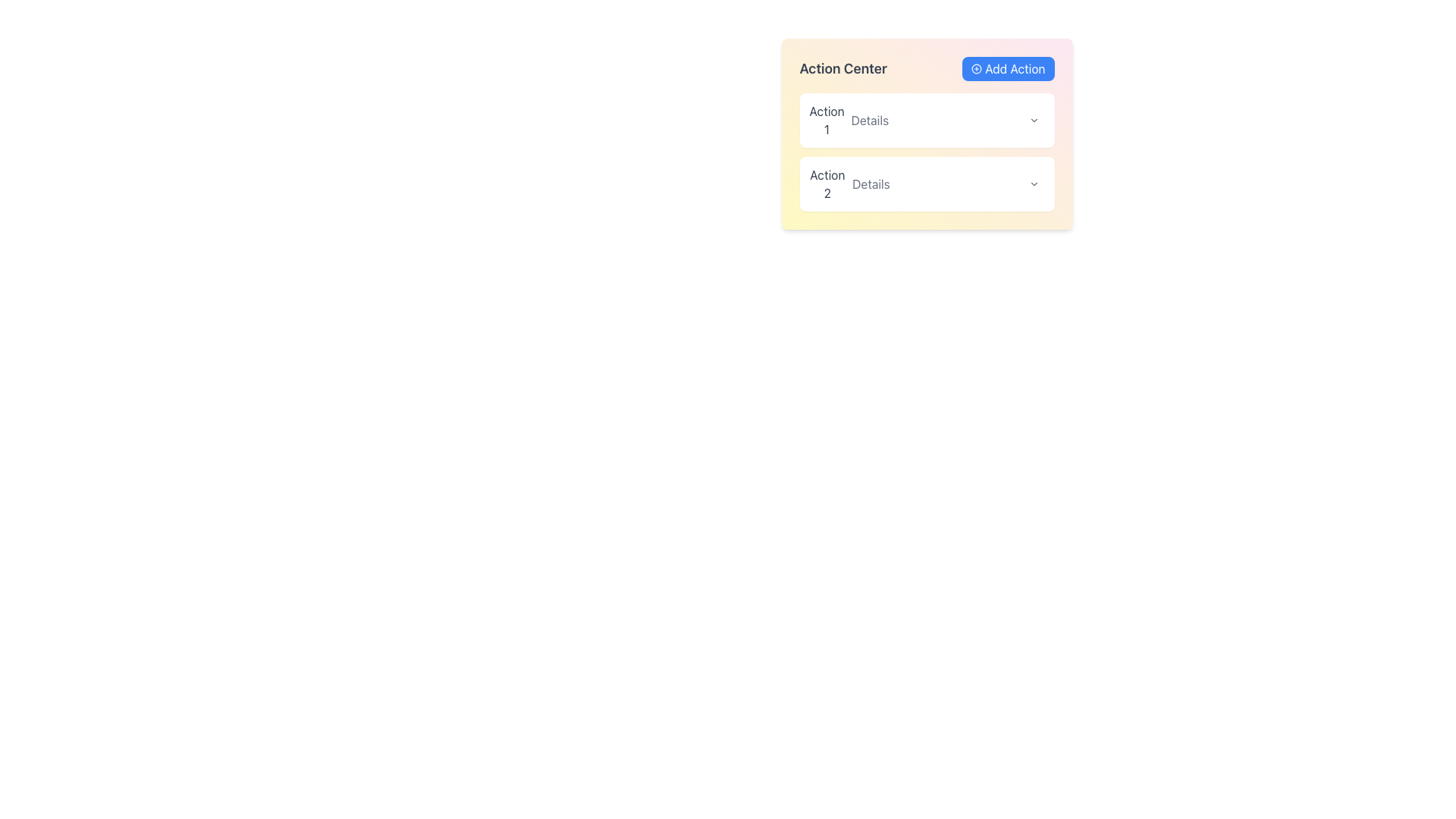 This screenshot has height=819, width=1456. Describe the element at coordinates (1033, 184) in the screenshot. I see `the chevron-down icon located at the far right of the 'Details' row in the second action item` at that location.